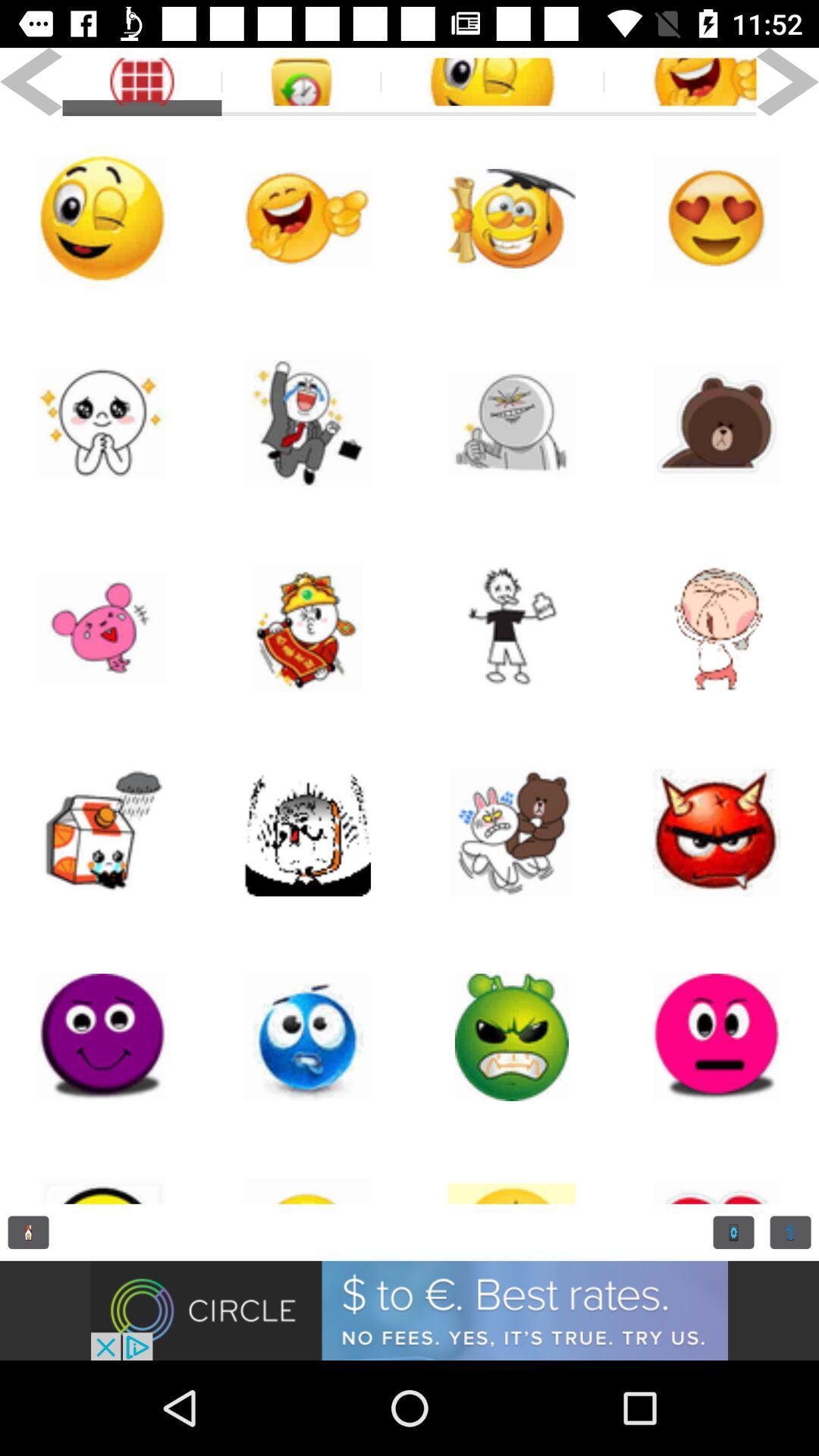 The height and width of the screenshot is (1456, 819). What do you see at coordinates (789, 1232) in the screenshot?
I see `reading option` at bounding box center [789, 1232].